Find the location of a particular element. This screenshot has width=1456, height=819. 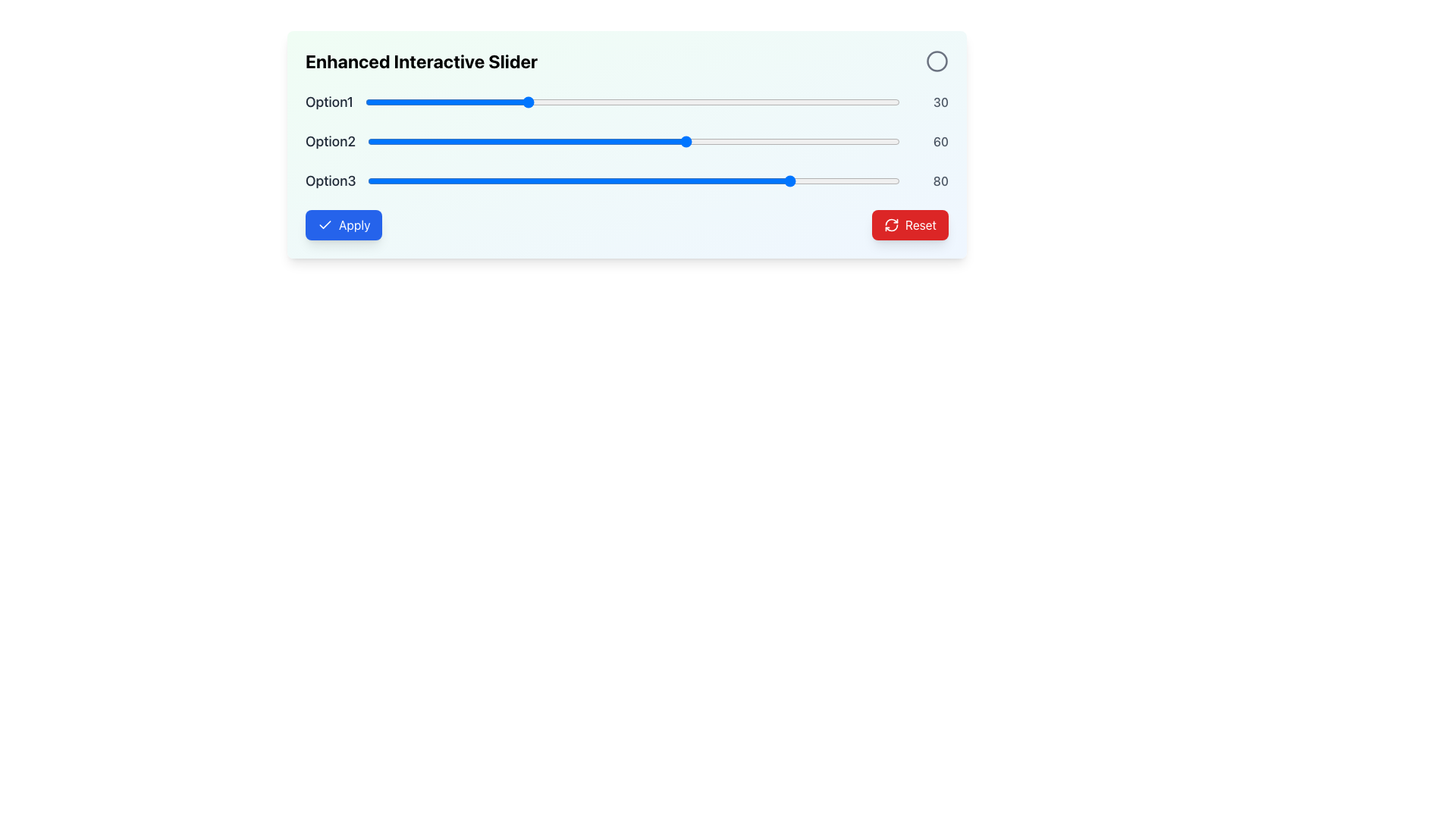

the slider for 'Option2' is located at coordinates (452, 141).